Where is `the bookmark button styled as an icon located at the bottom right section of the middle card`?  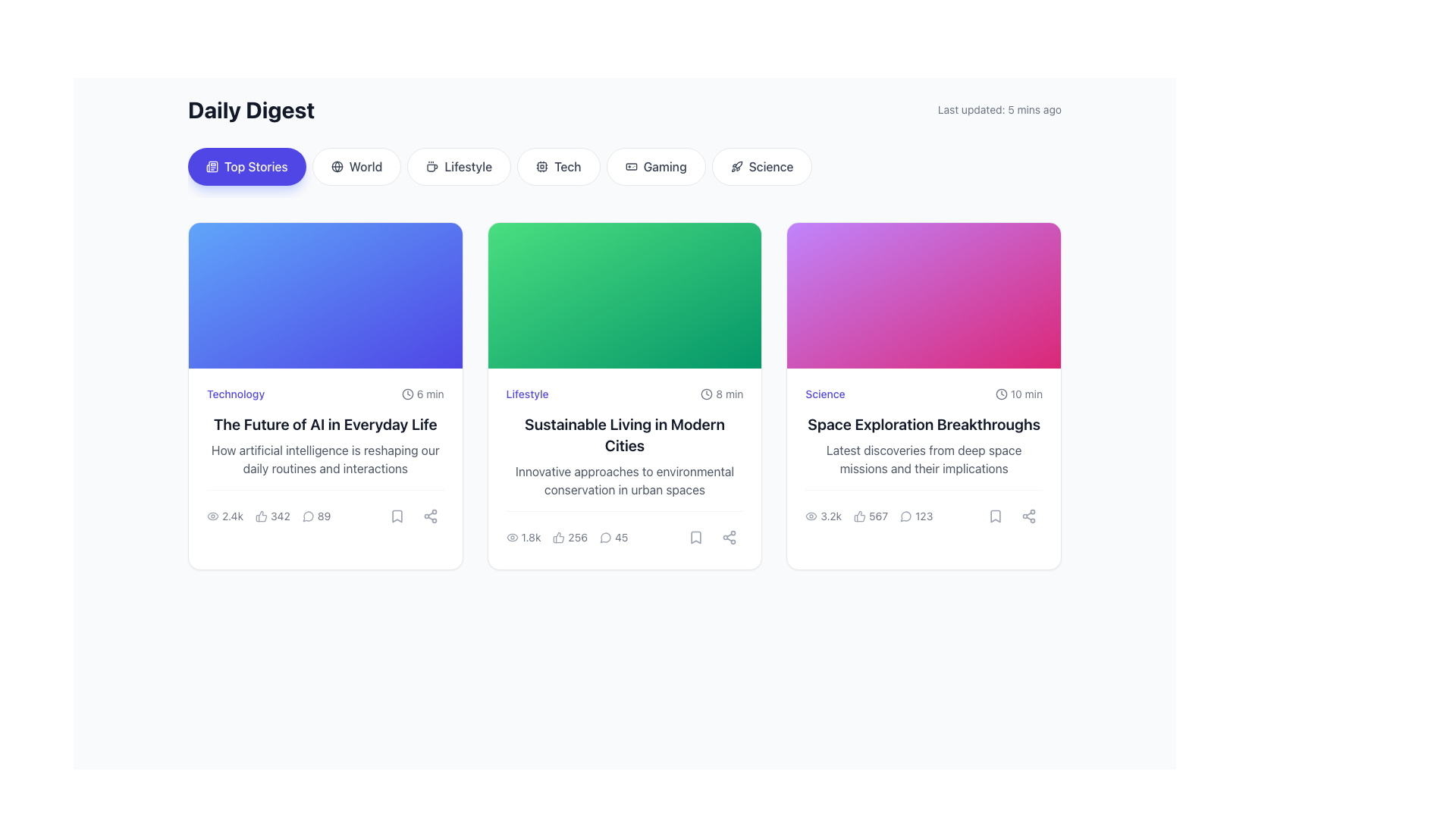
the bookmark button styled as an icon located at the bottom right section of the middle card is located at coordinates (695, 537).